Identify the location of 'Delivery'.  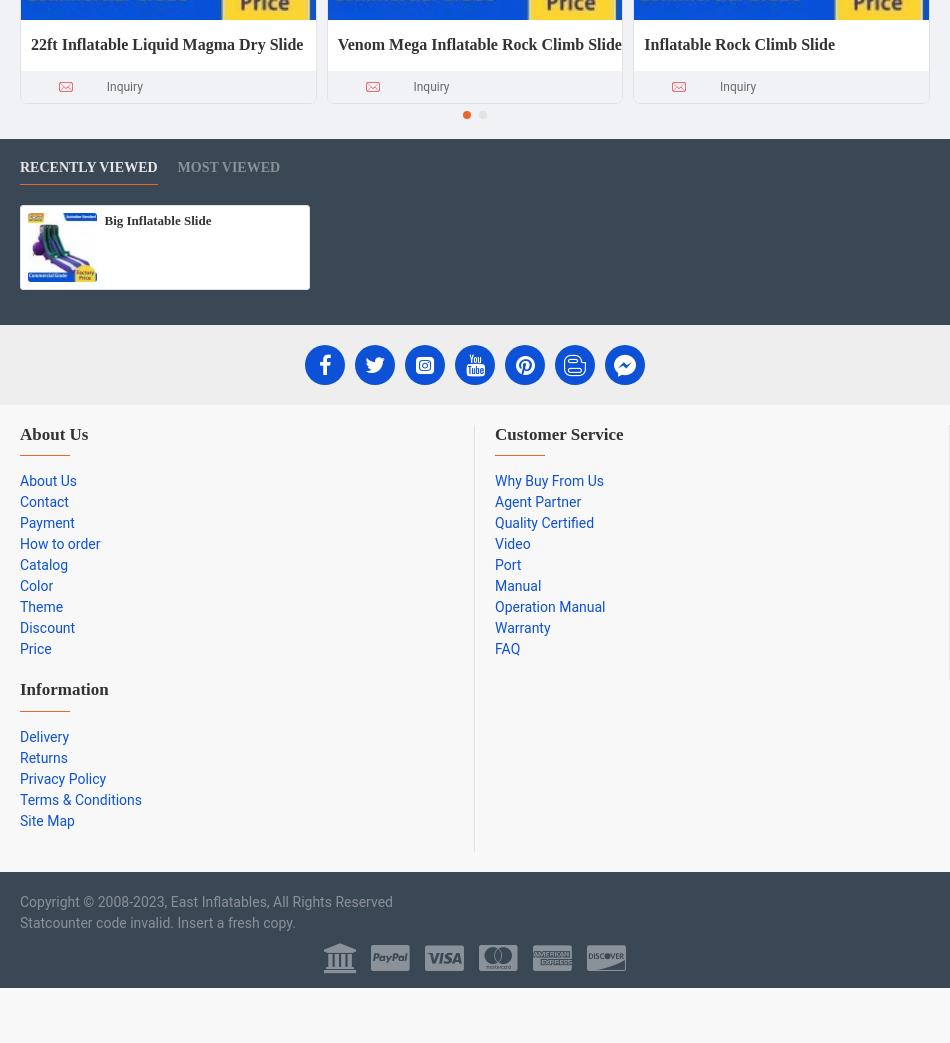
(44, 736).